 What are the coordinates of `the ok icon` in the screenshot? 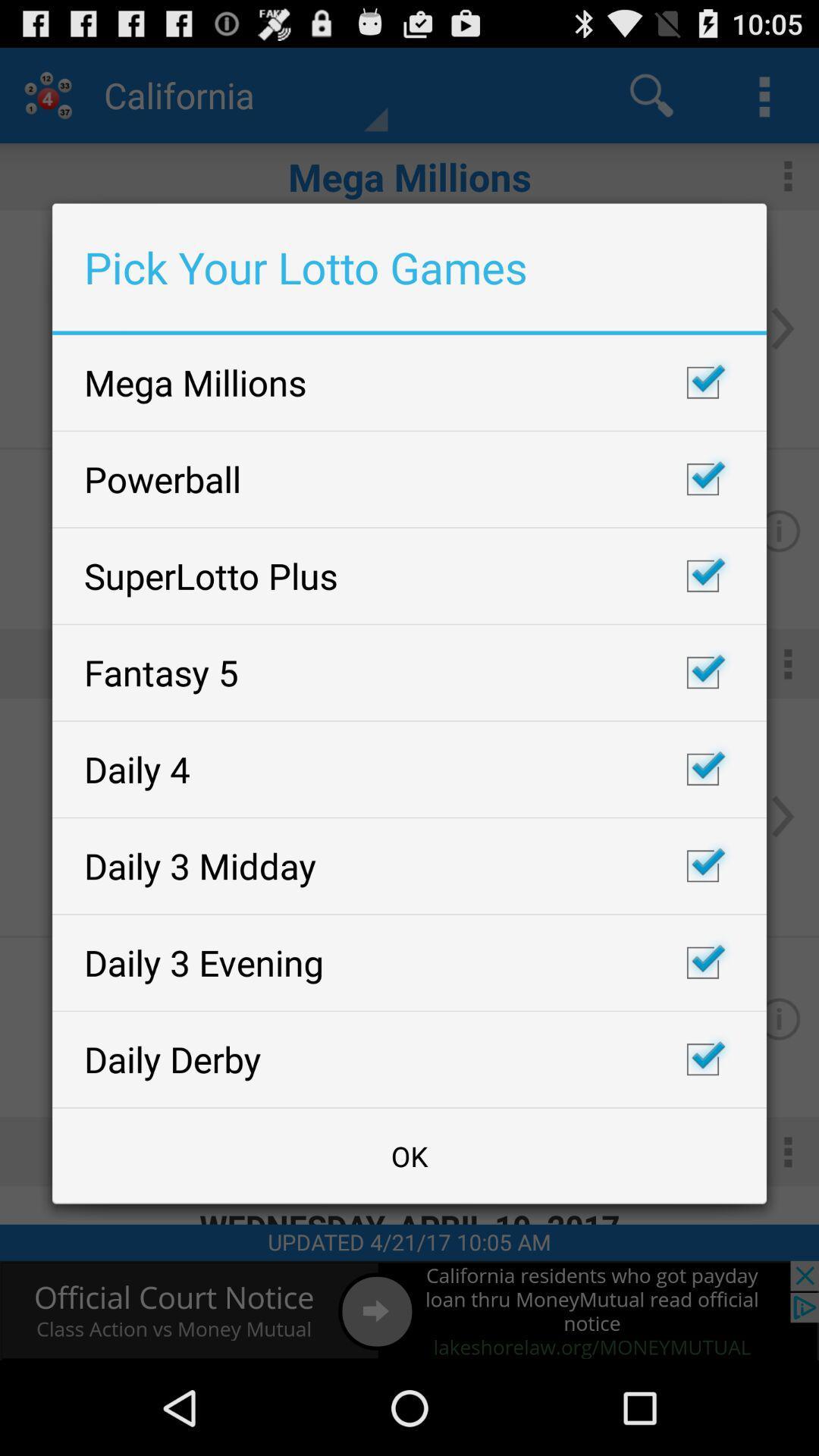 It's located at (409, 1155).